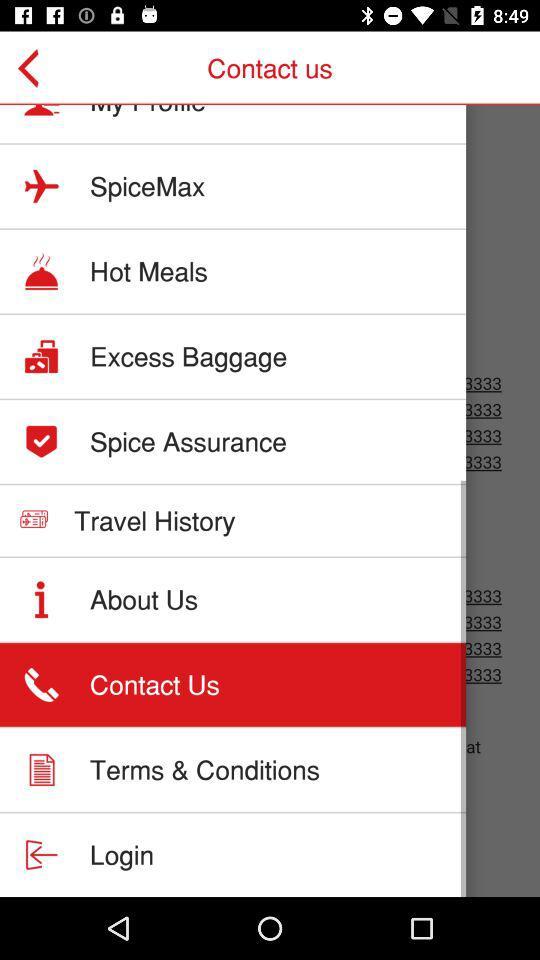 This screenshot has height=960, width=540. Describe the element at coordinates (143, 599) in the screenshot. I see `icon above contact us item` at that location.